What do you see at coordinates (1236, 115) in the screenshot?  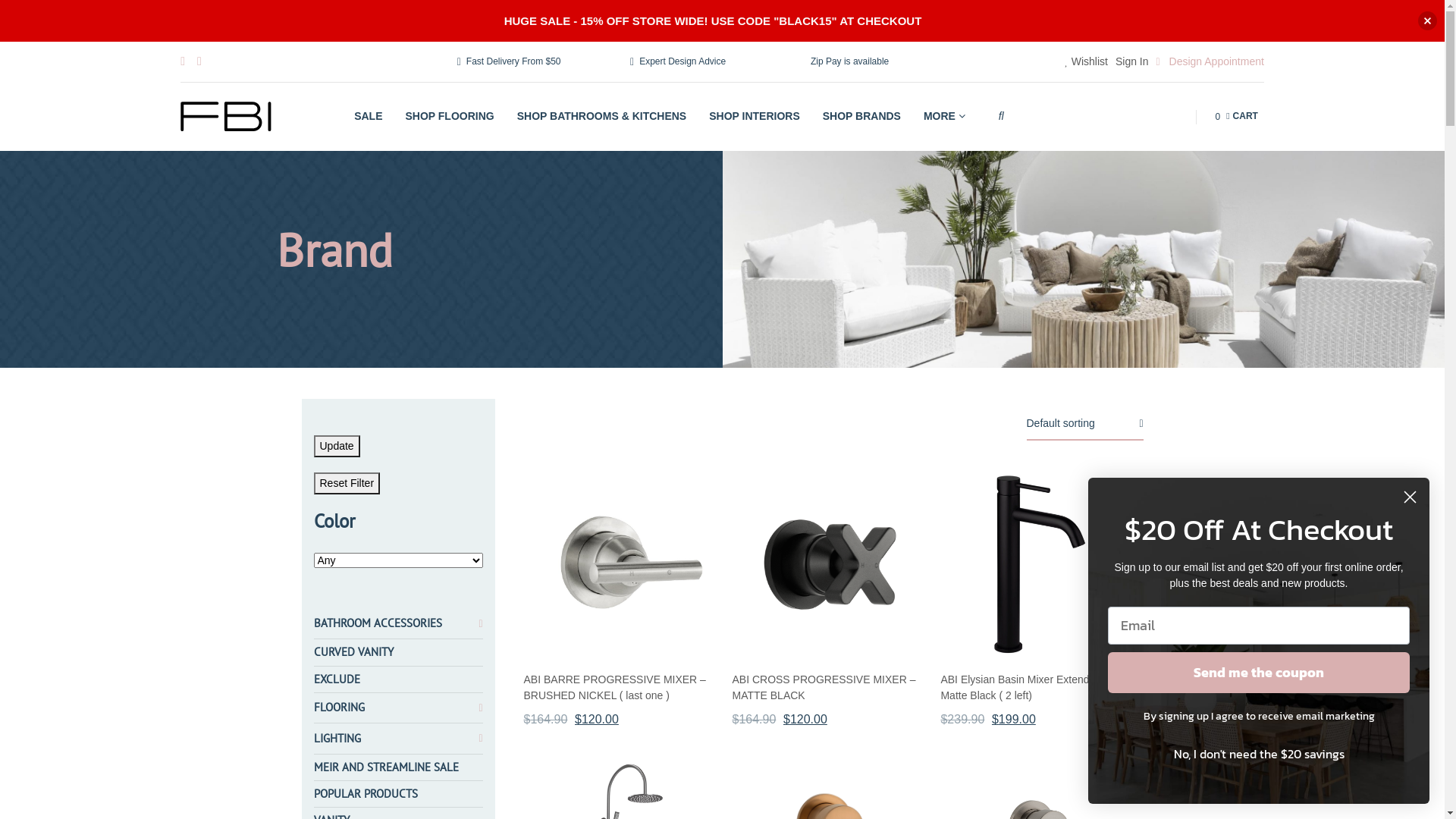 I see `'0` at bounding box center [1236, 115].